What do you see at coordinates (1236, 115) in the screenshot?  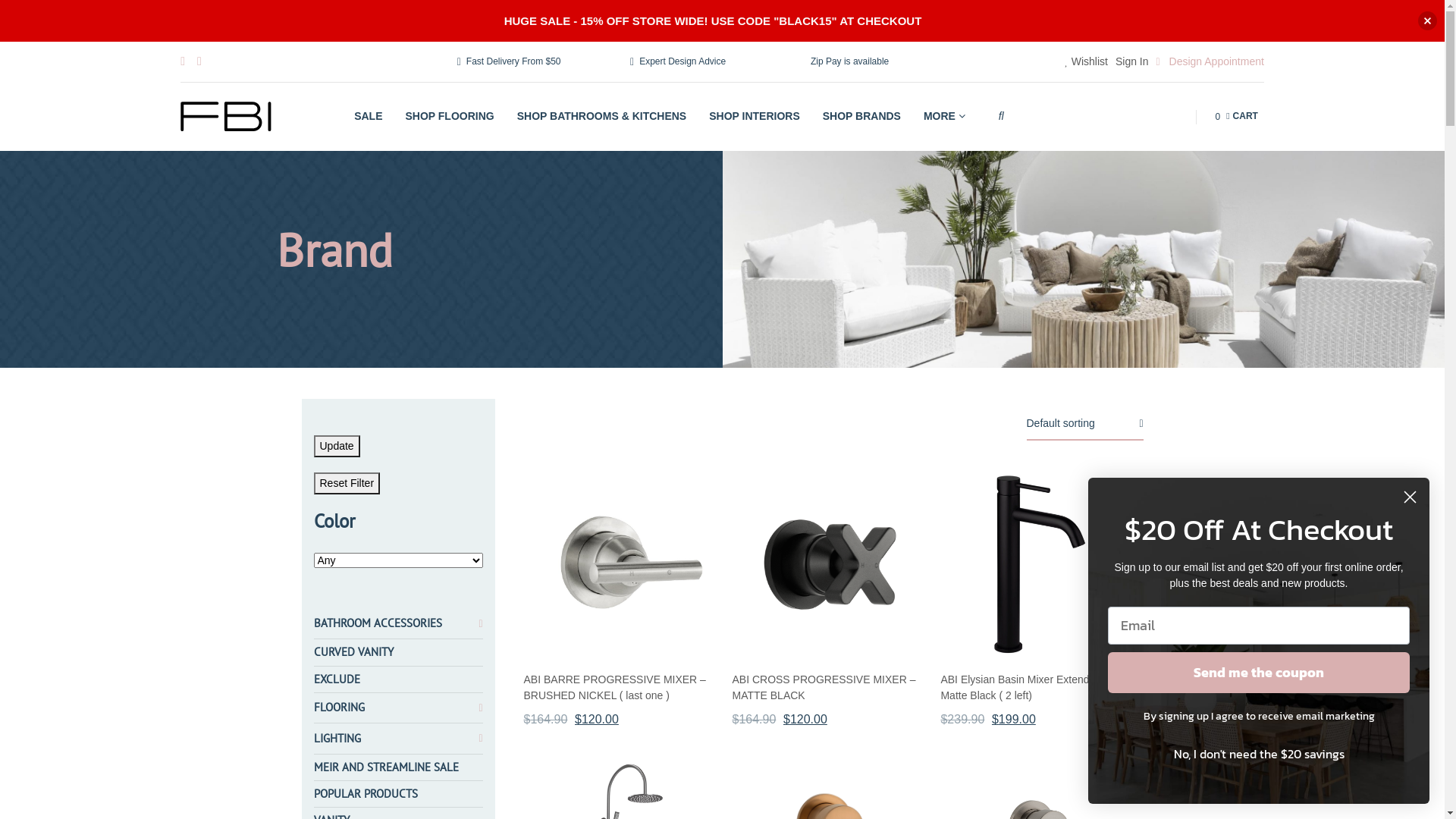 I see `'0` at bounding box center [1236, 115].